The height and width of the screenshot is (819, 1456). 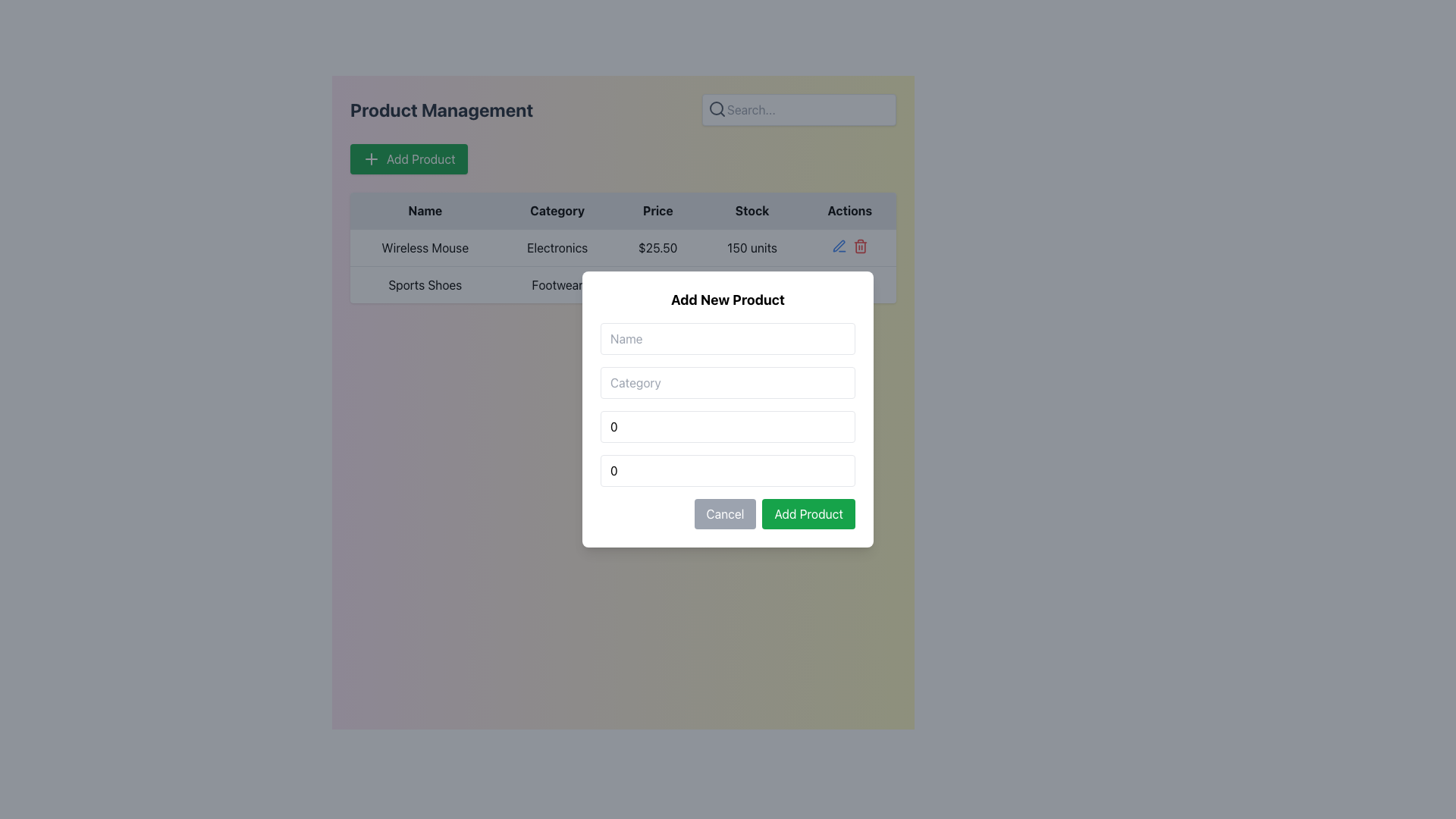 What do you see at coordinates (557, 211) in the screenshot?
I see `the Table Header Label in the second column, which provides context for the items listed in the table, located between the 'Name' and 'Price' columns` at bounding box center [557, 211].